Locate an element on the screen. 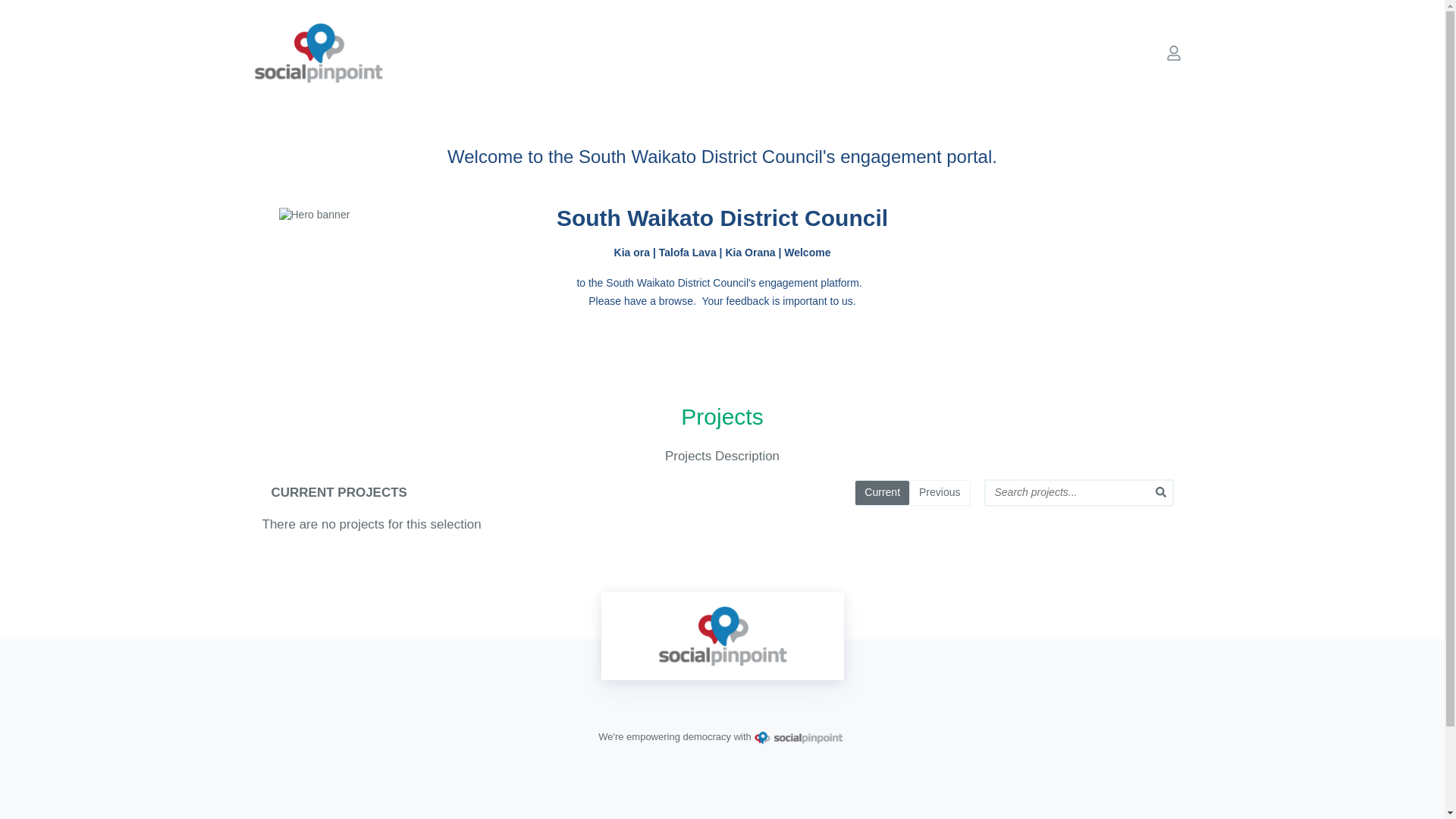 This screenshot has width=1456, height=819. 'Previous' is located at coordinates (938, 493).